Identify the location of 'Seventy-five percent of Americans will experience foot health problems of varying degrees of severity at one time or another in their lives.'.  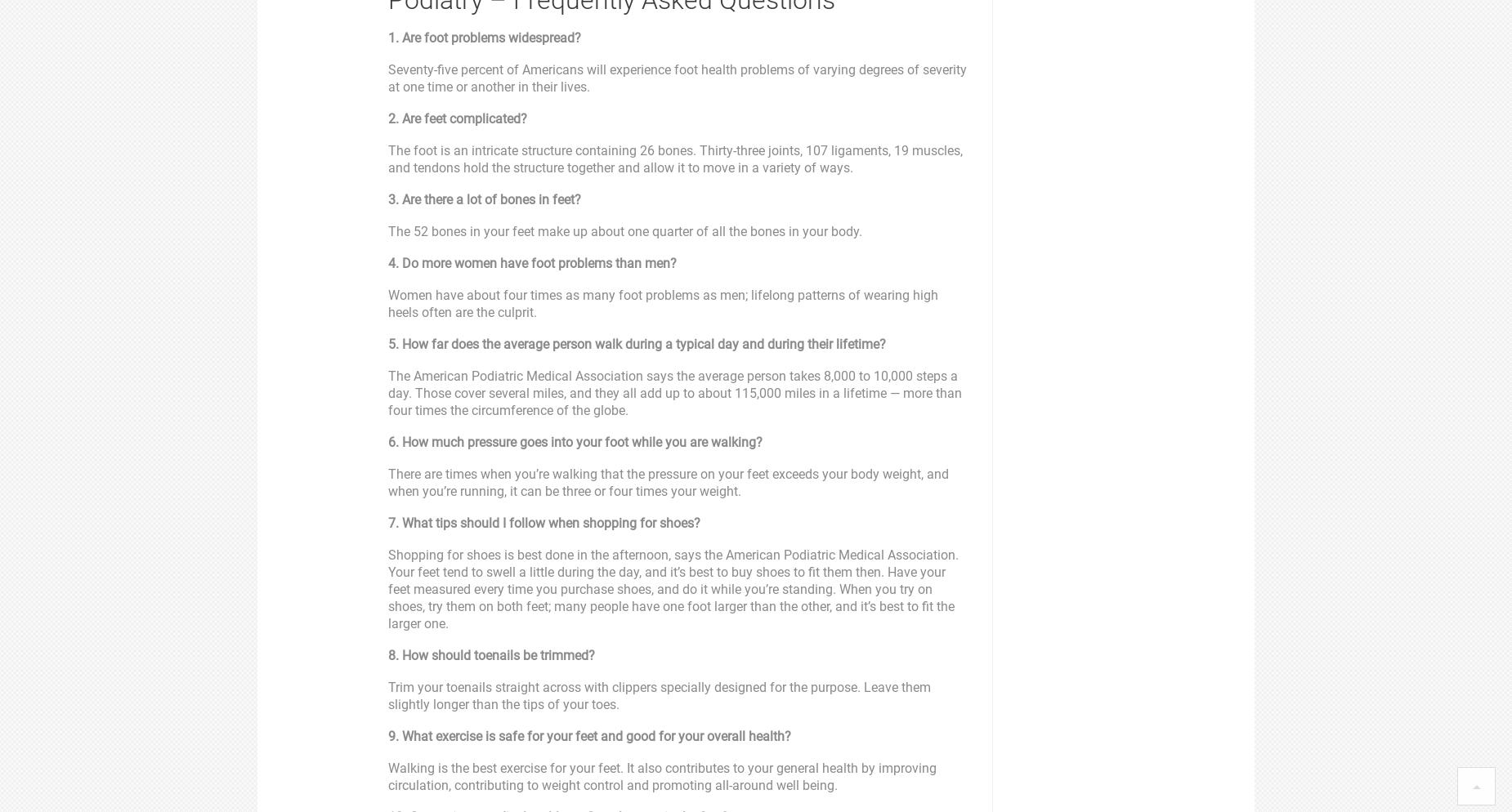
(677, 78).